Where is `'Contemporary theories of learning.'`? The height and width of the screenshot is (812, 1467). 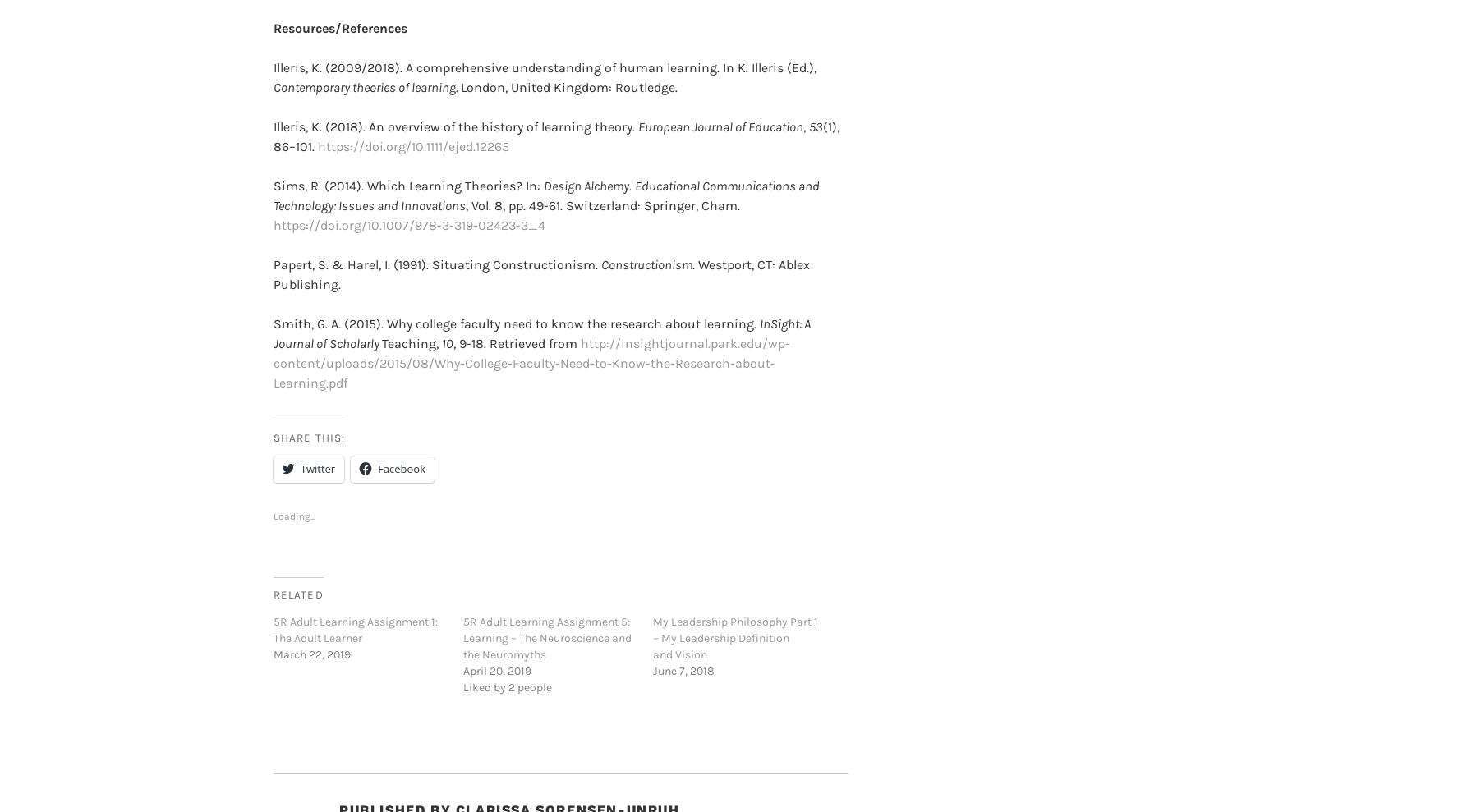
'Contemporary theories of learning.' is located at coordinates (366, 61).